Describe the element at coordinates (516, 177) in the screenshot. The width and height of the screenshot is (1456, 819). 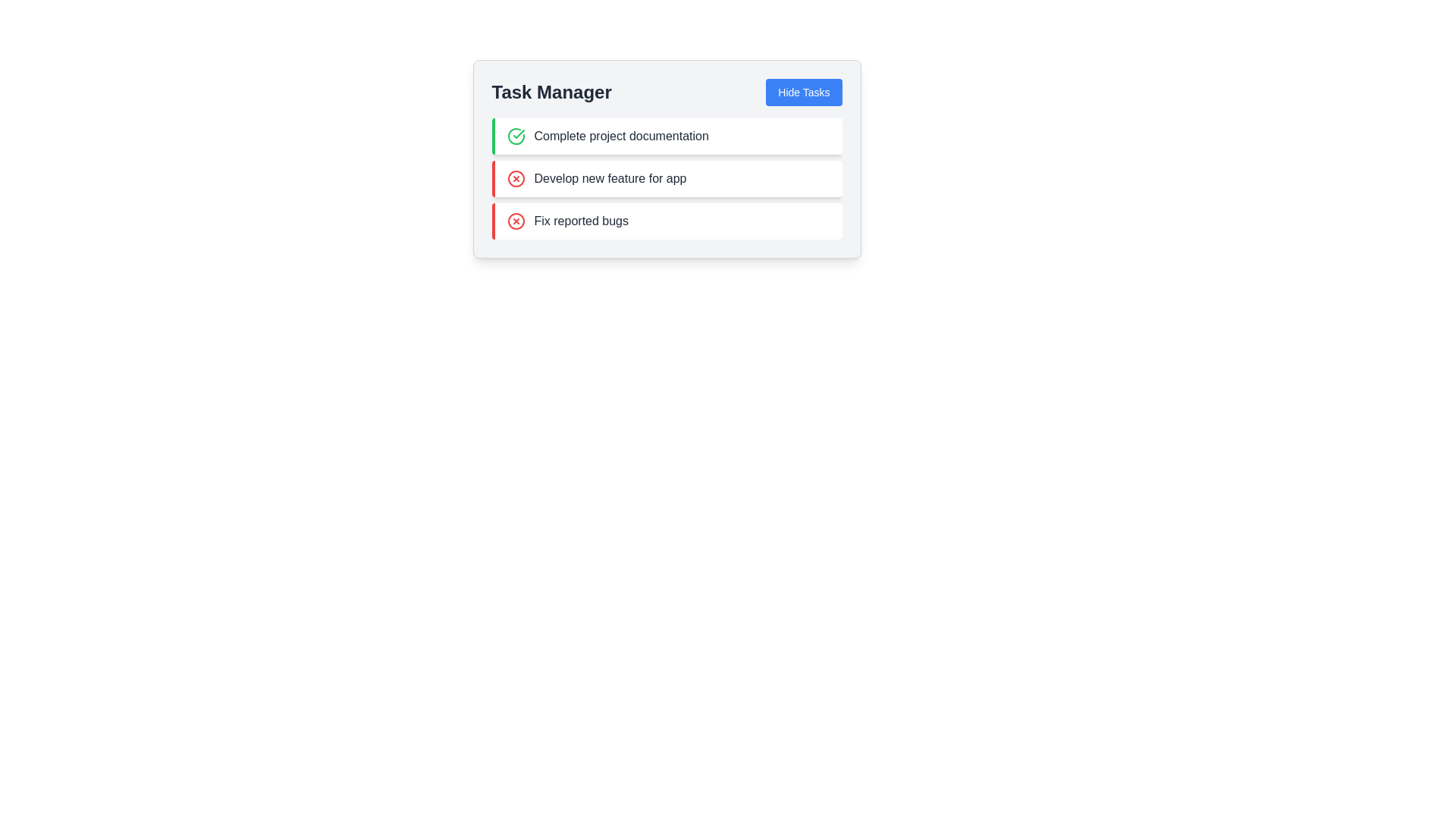
I see `the graphical representation of the red circular 'X' icon indicating an error in the 'Develop new feature for app' row` at that location.